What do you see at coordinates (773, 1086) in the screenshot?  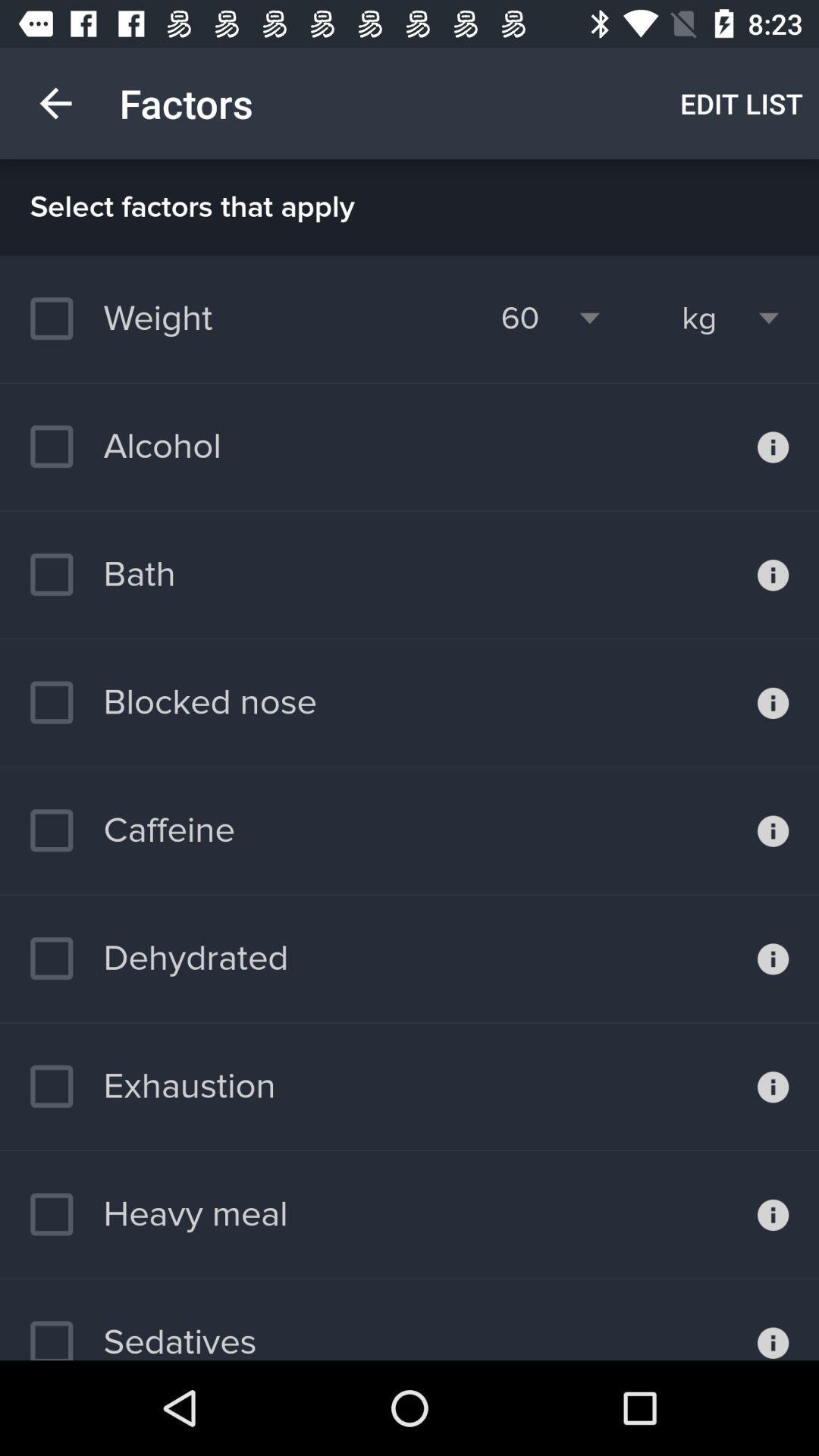 I see `more info` at bounding box center [773, 1086].